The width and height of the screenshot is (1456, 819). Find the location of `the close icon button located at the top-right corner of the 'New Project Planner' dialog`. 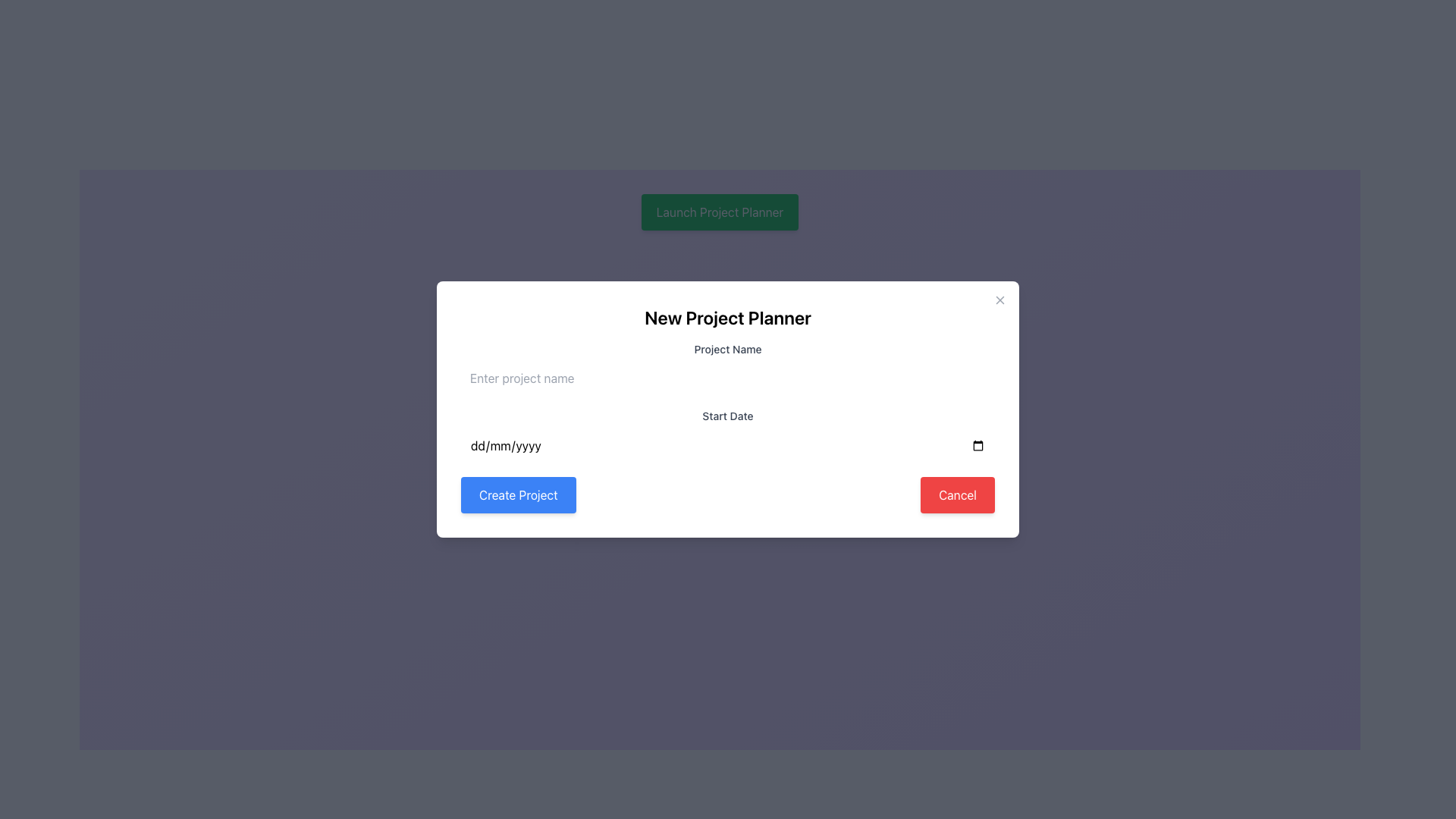

the close icon button located at the top-right corner of the 'New Project Planner' dialog is located at coordinates (1000, 300).